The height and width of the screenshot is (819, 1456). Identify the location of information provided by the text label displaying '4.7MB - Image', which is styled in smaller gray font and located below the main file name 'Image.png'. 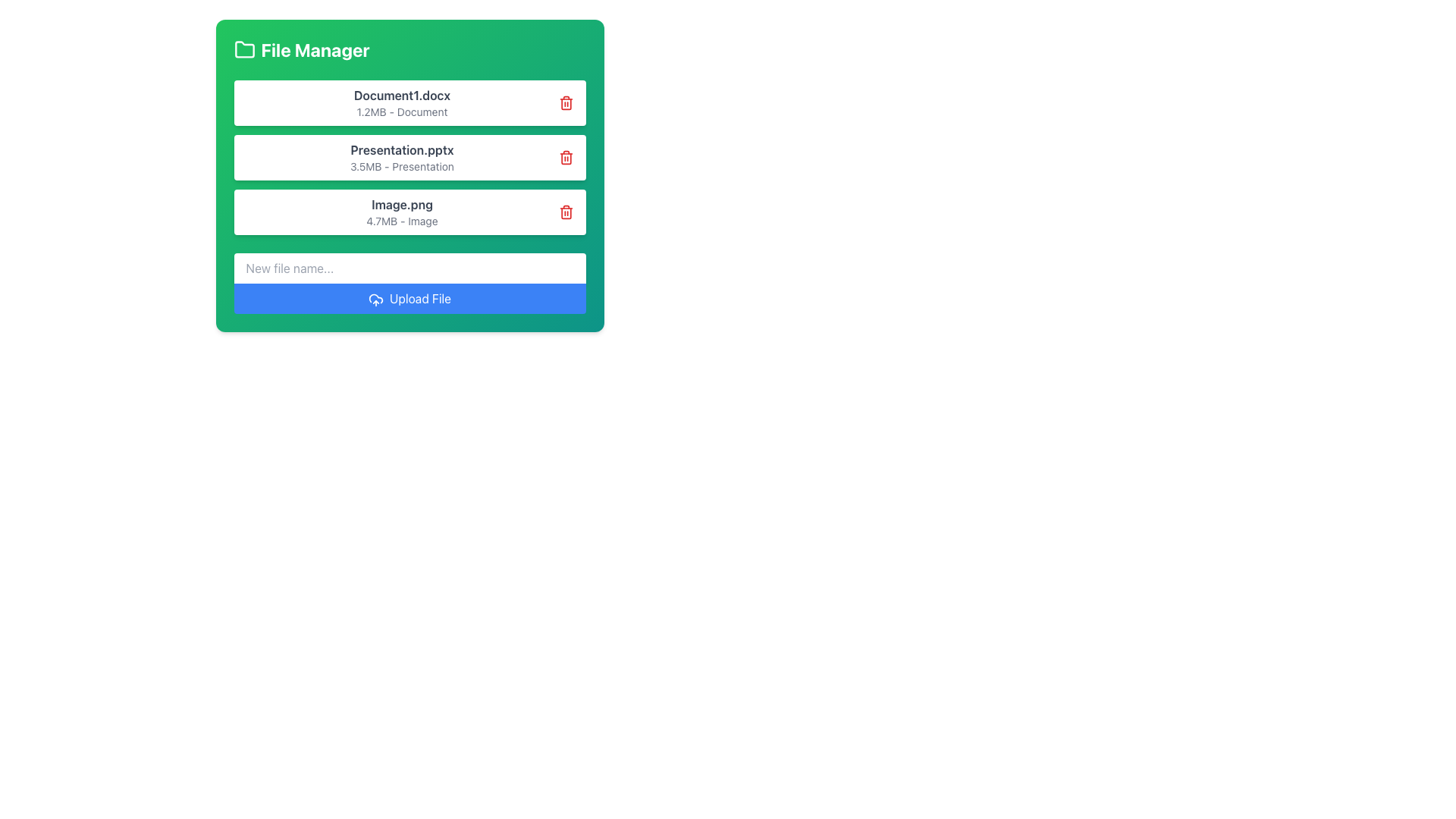
(402, 221).